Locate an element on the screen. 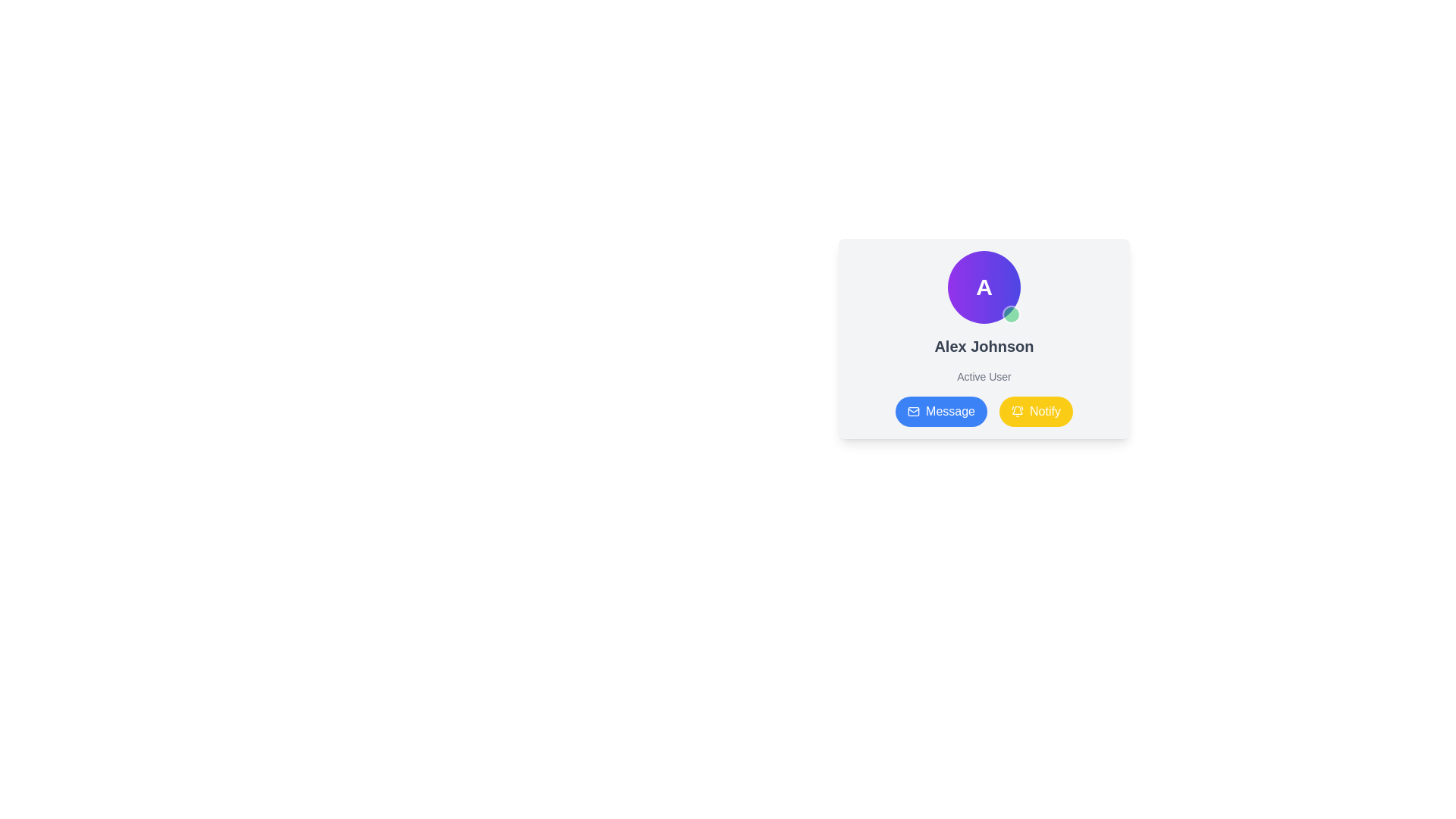 The height and width of the screenshot is (819, 1456). the small circular Status Indicator with a green background located at the bottom-right corner of the circular profile picture on the card layout is located at coordinates (1012, 314).